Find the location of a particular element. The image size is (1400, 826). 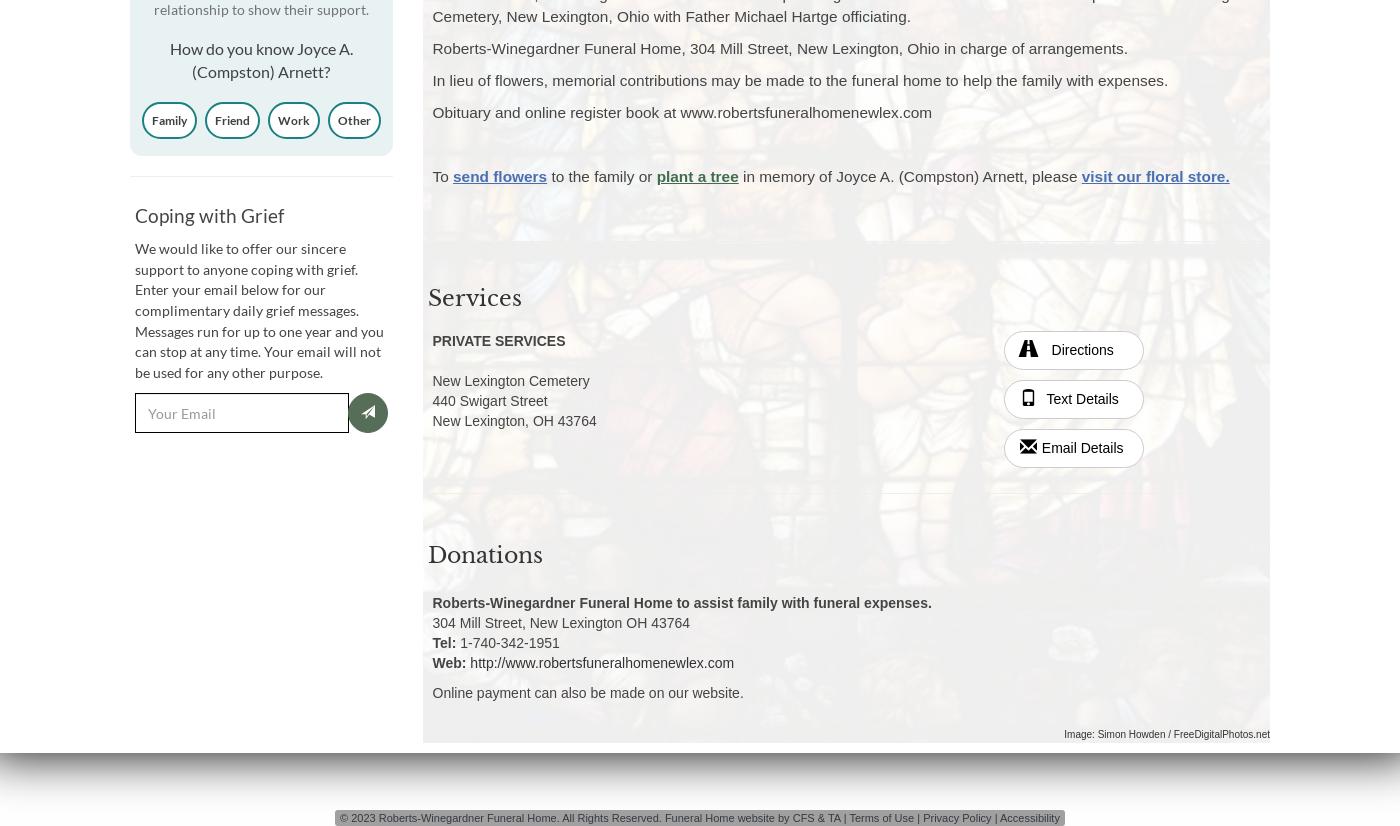

'Private Services' is located at coordinates (498, 339).